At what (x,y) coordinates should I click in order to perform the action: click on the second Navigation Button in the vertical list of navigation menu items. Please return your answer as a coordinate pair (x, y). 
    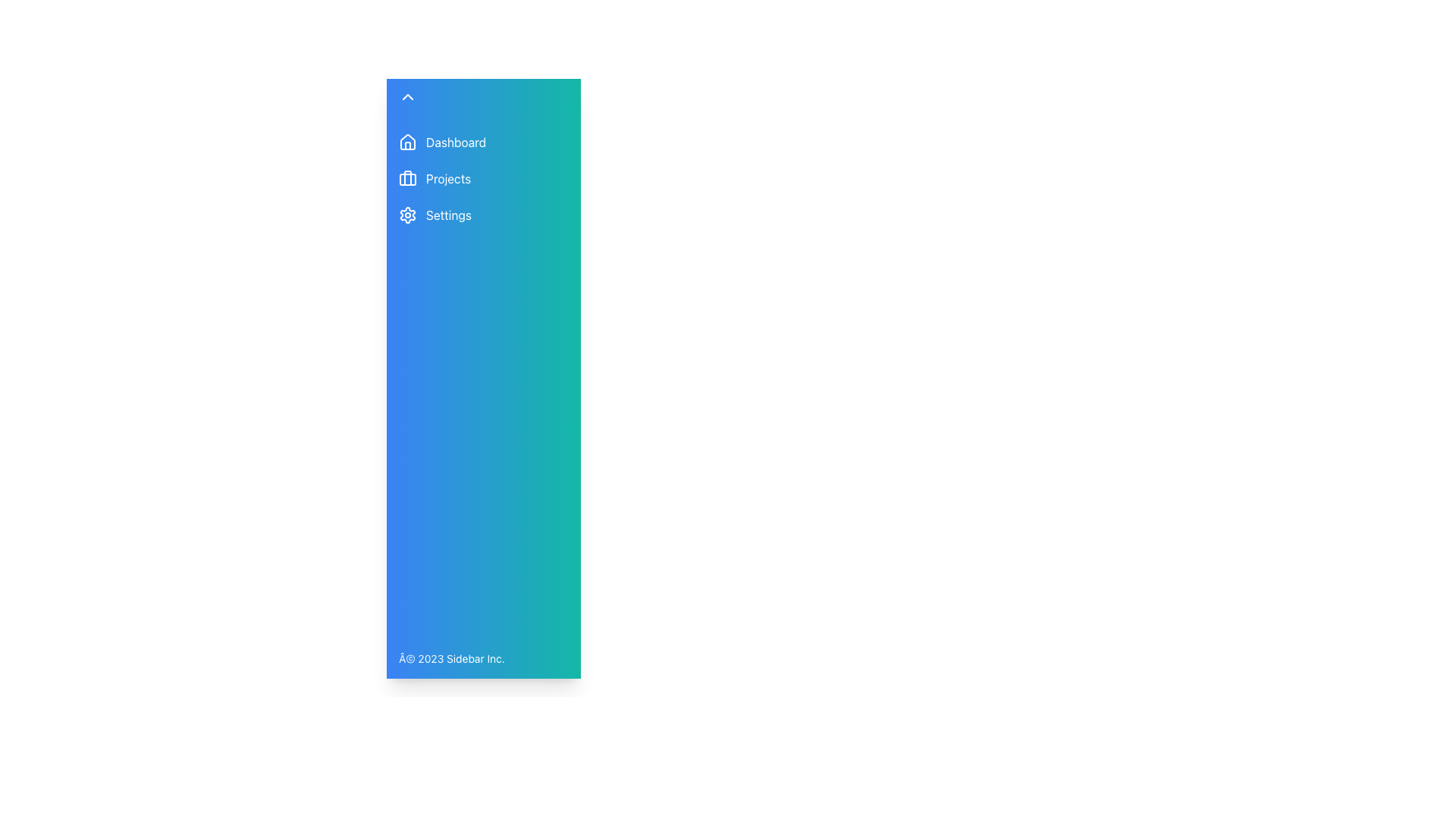
    Looking at the image, I should click on (450, 177).